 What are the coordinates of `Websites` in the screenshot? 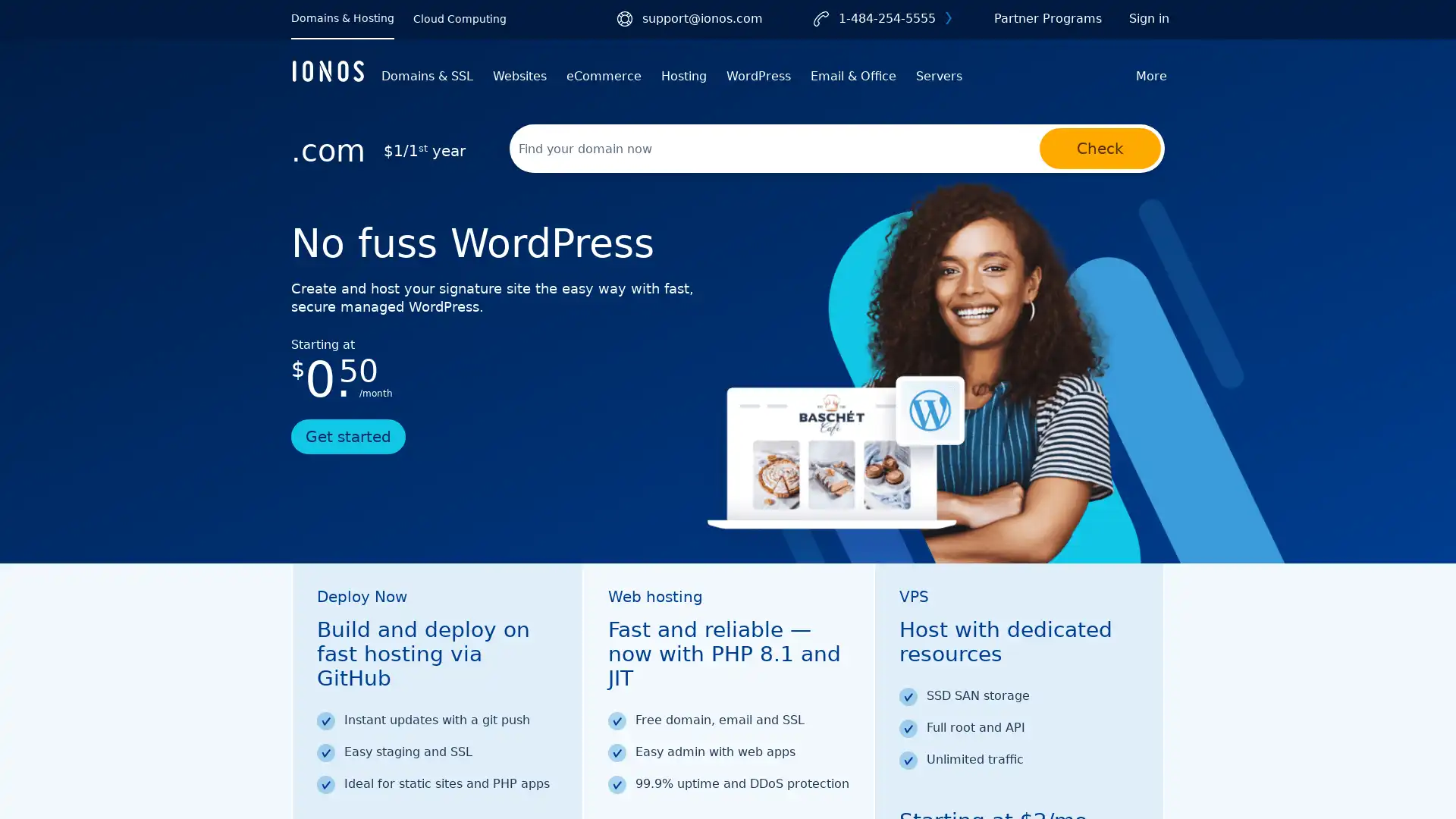 It's located at (513, 76).